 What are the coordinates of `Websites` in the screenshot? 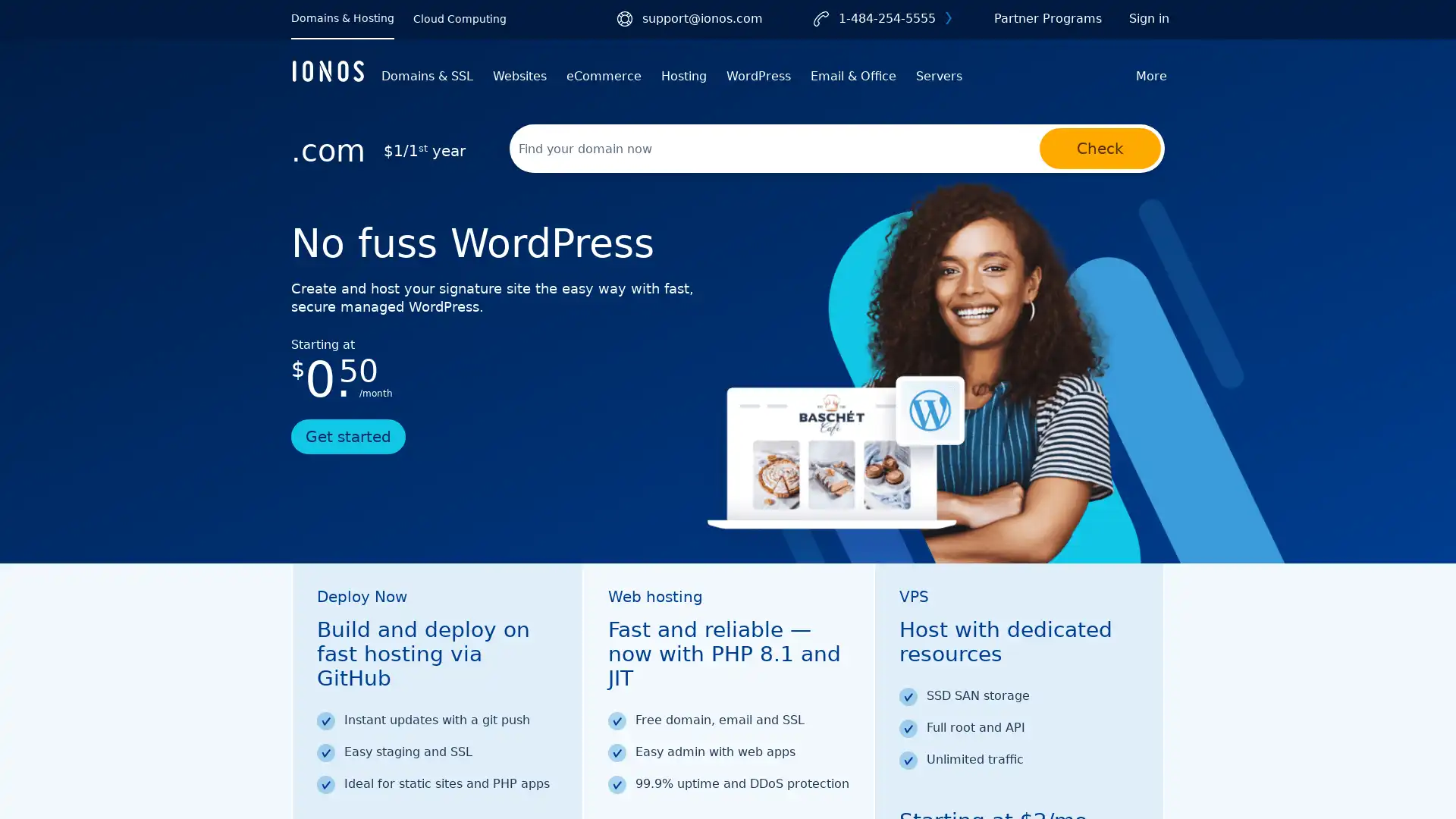 It's located at (513, 76).